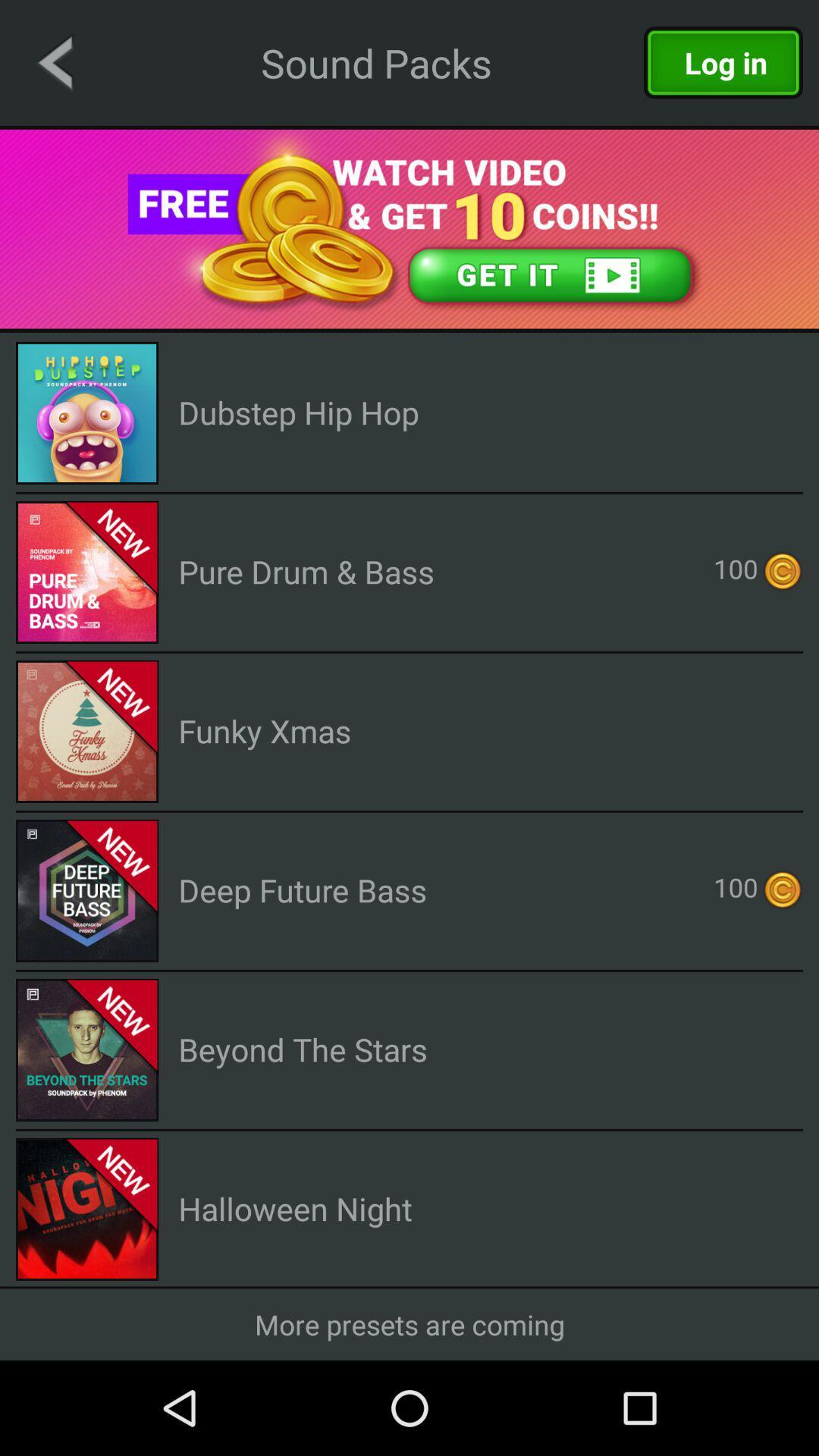 This screenshot has width=819, height=1456. I want to click on pure drum & bass app, so click(306, 570).